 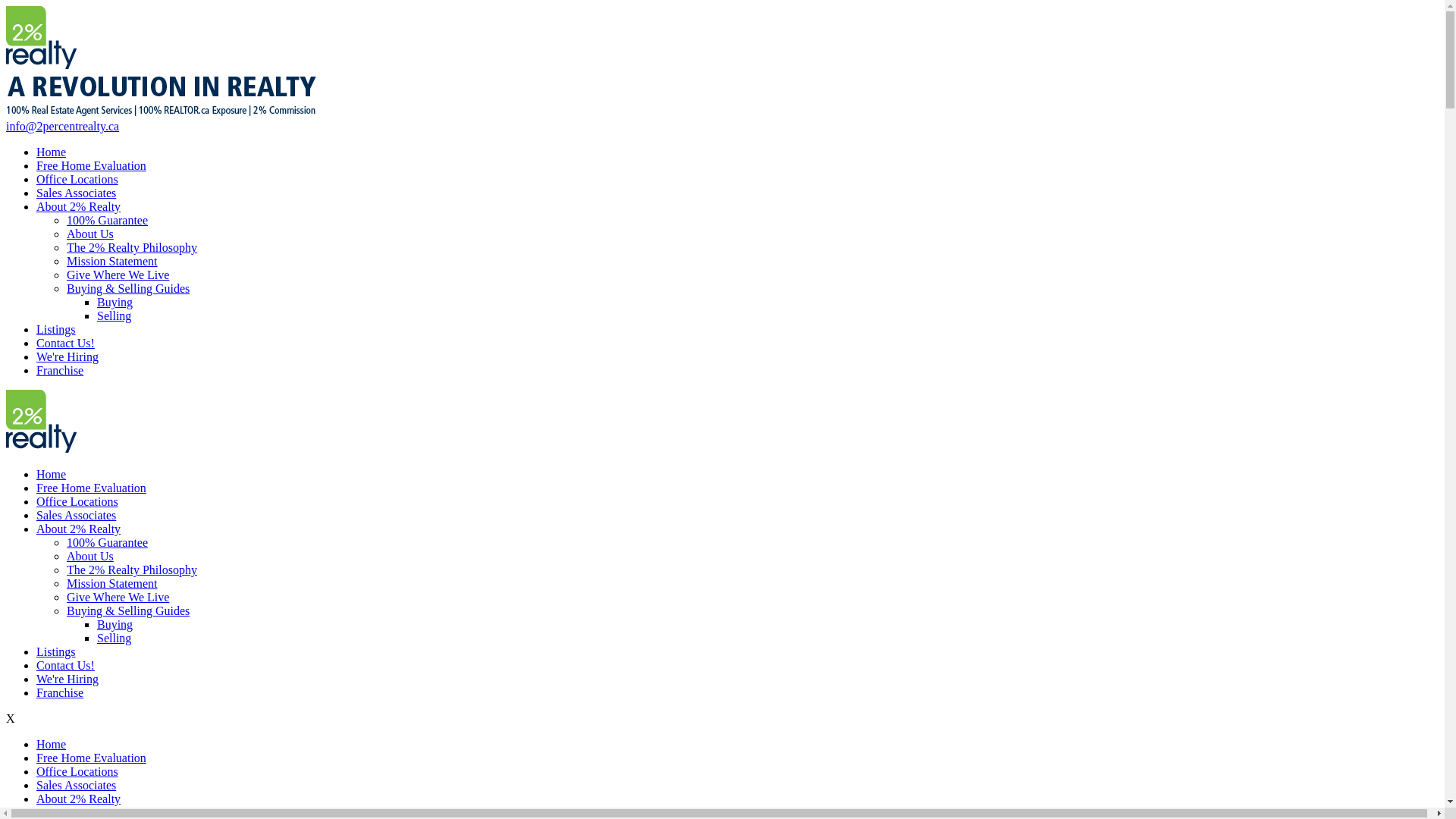 I want to click on 'Buying & Selling Guides', so click(x=65, y=610).